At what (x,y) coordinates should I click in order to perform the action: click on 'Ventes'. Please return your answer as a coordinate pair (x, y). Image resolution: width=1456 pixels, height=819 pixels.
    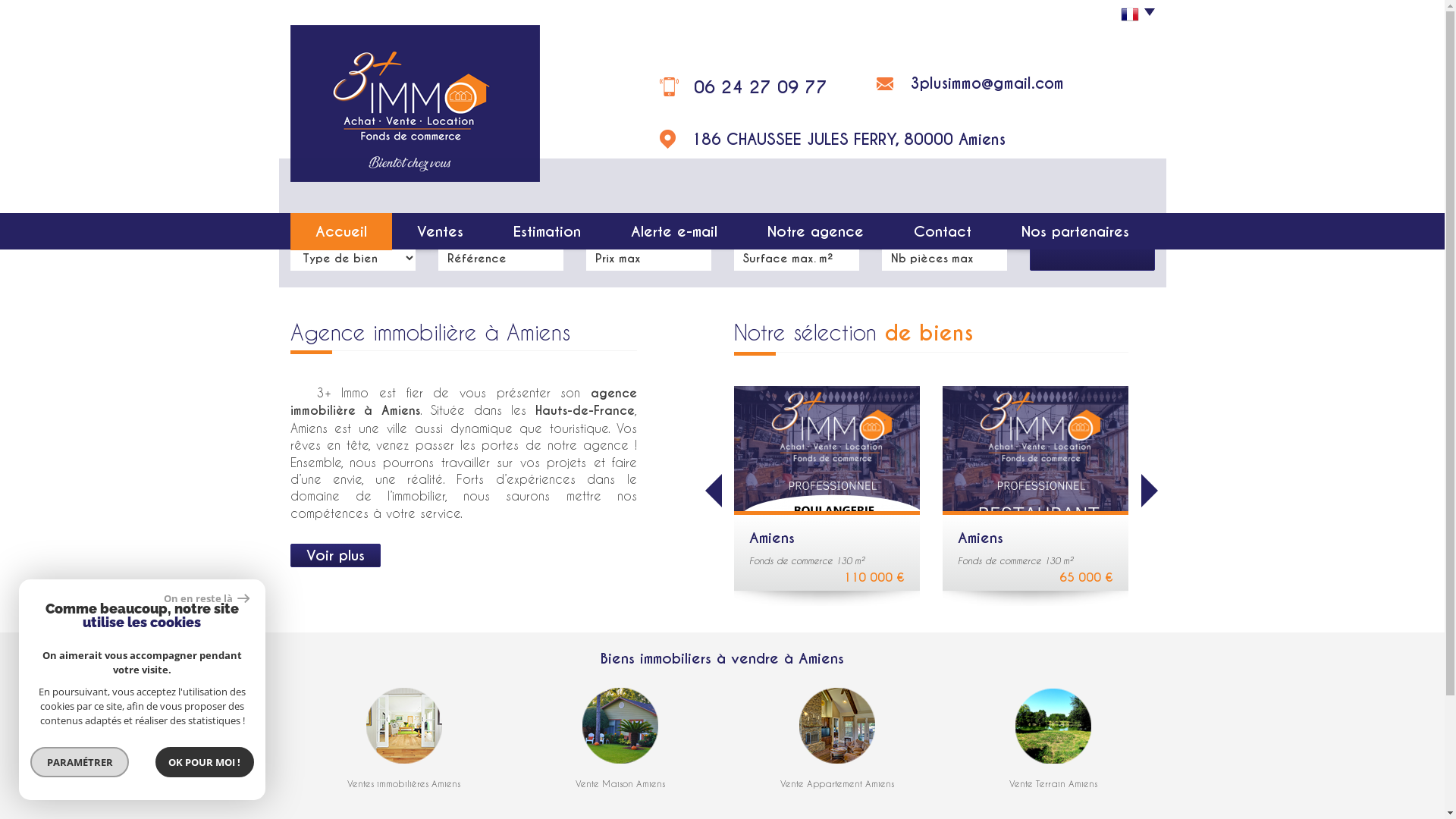
    Looking at the image, I should click on (439, 231).